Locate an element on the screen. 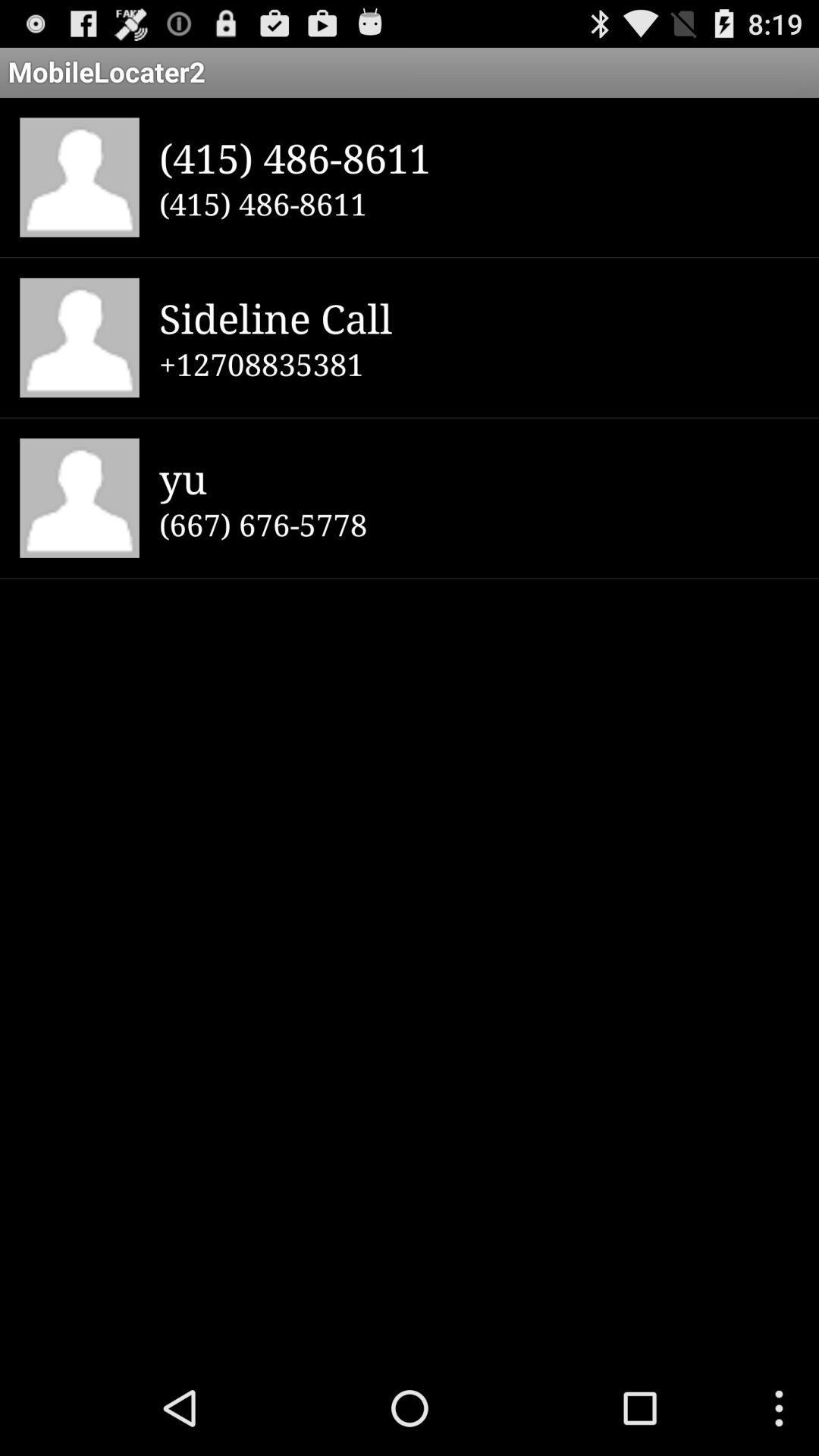 This screenshot has height=1456, width=819. the sideline call icon is located at coordinates (479, 317).